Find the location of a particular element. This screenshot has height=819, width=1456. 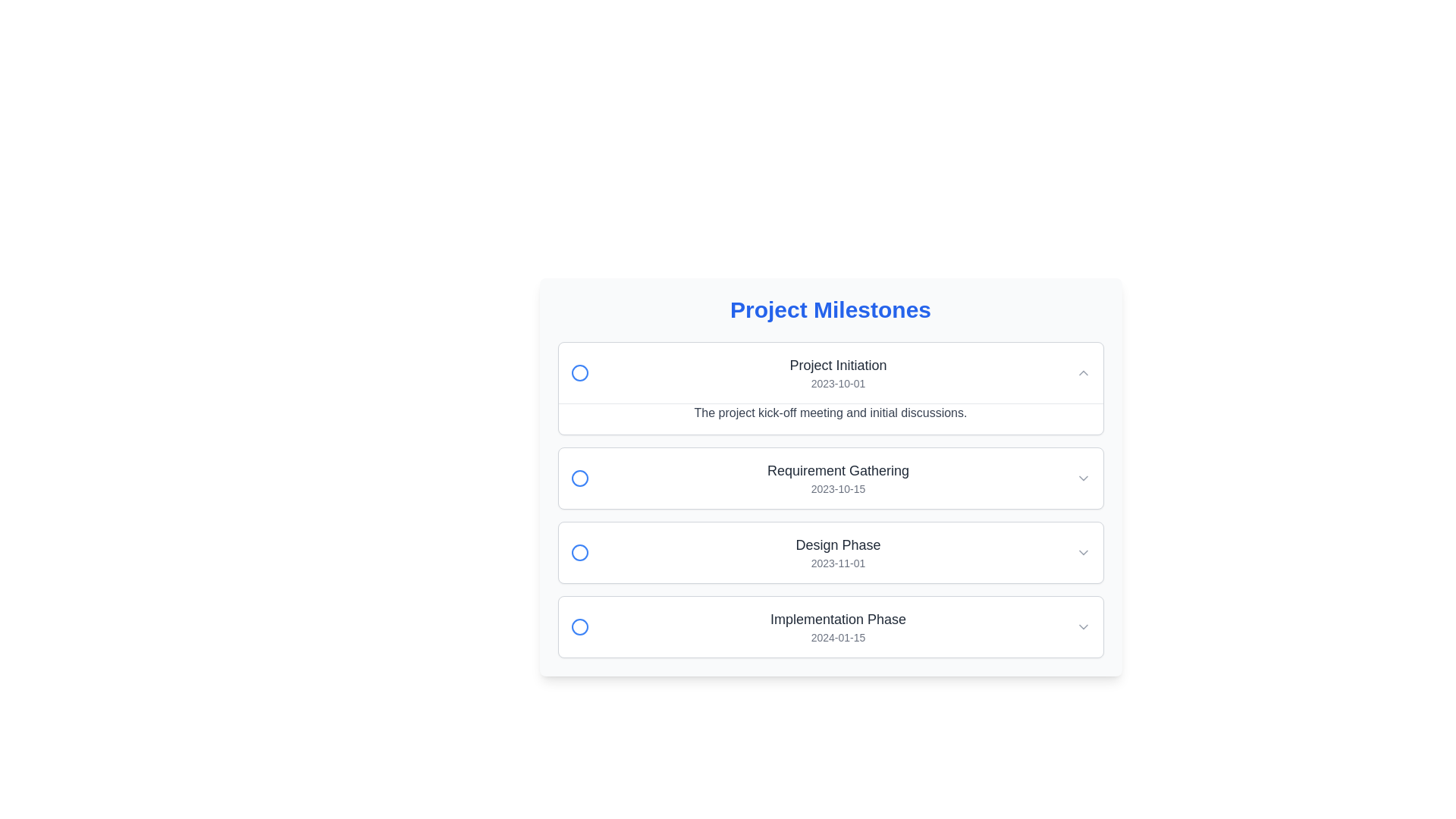

the text displaying '2023-10-01' located under the 'Project Initiation' heading in the 'Project Milestones' section is located at coordinates (837, 382).